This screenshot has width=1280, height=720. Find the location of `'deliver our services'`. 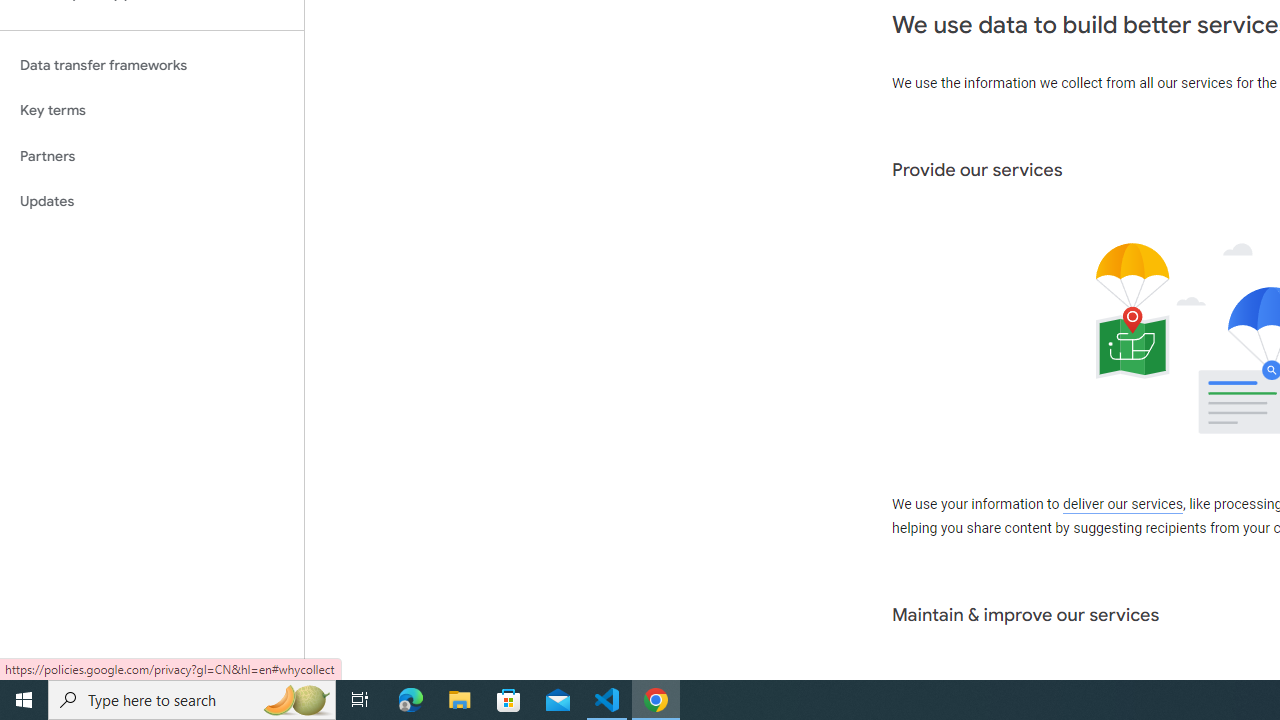

'deliver our services' is located at coordinates (1122, 504).